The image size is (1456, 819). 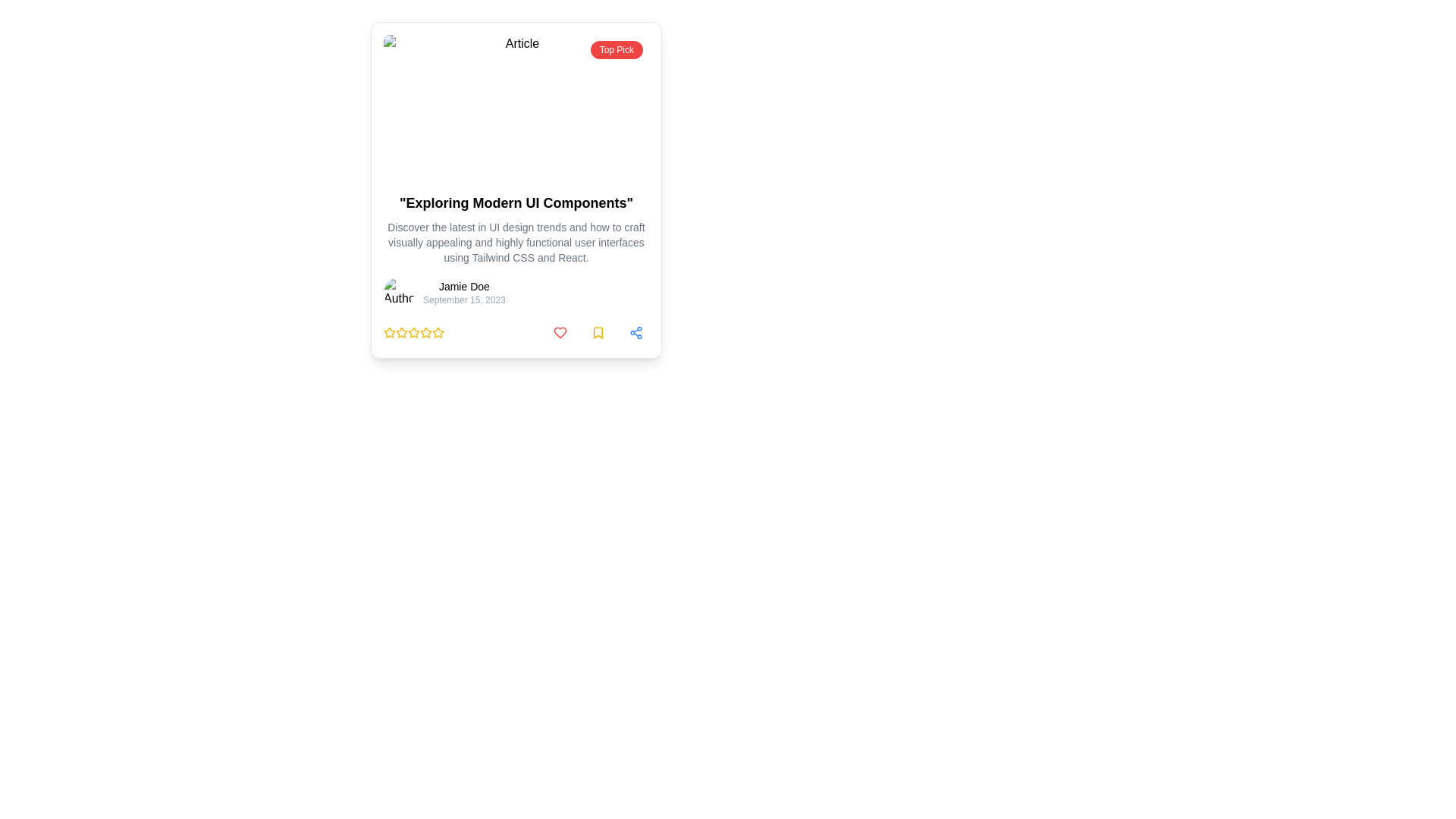 I want to click on the avatar image representing the author, Jamie Doe, located on the left side of the text information, so click(x=399, y=292).